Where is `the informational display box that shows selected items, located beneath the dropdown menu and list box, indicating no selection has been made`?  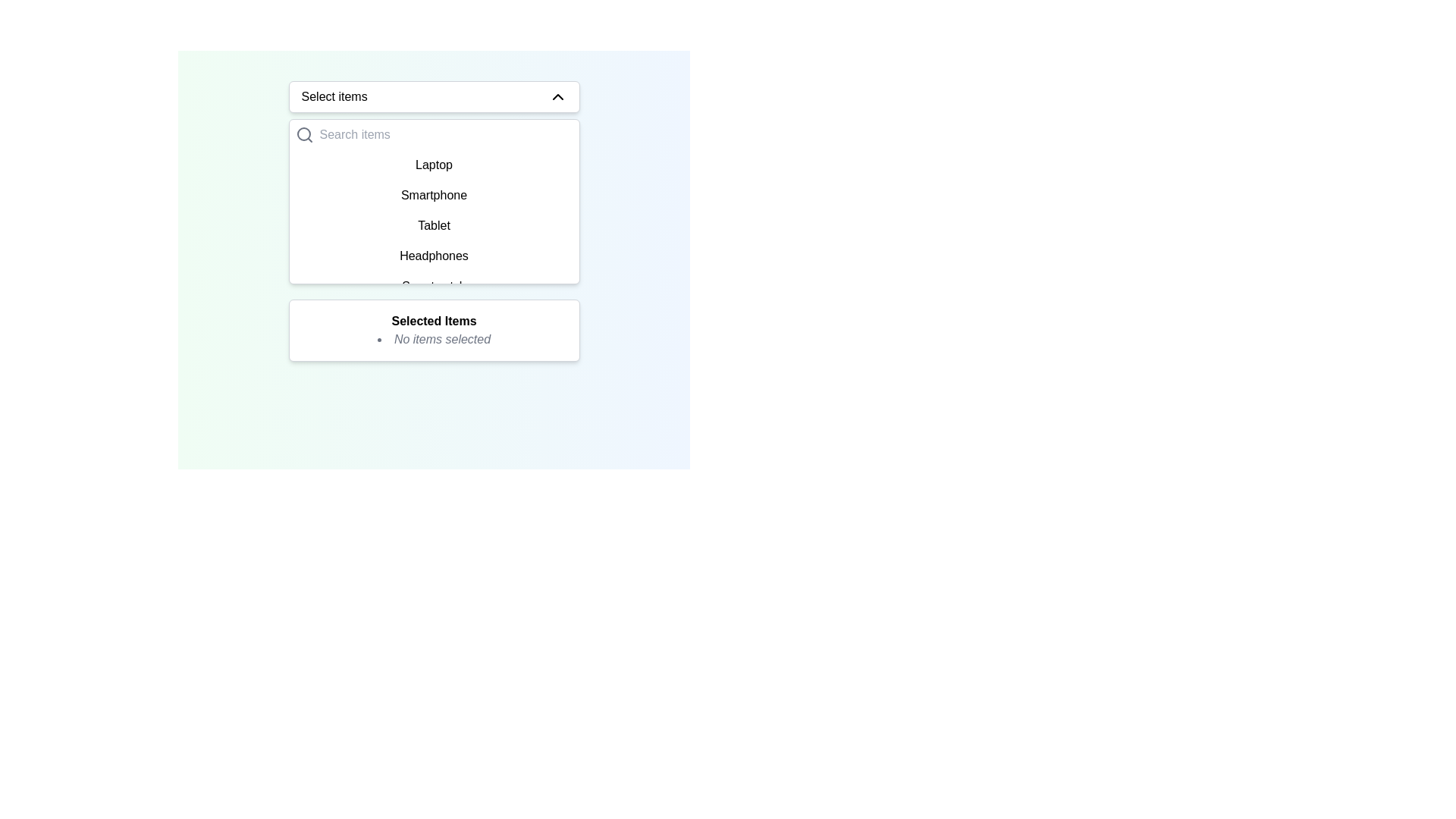
the informational display box that shows selected items, located beneath the dropdown menu and list box, indicating no selection has been made is located at coordinates (433, 329).